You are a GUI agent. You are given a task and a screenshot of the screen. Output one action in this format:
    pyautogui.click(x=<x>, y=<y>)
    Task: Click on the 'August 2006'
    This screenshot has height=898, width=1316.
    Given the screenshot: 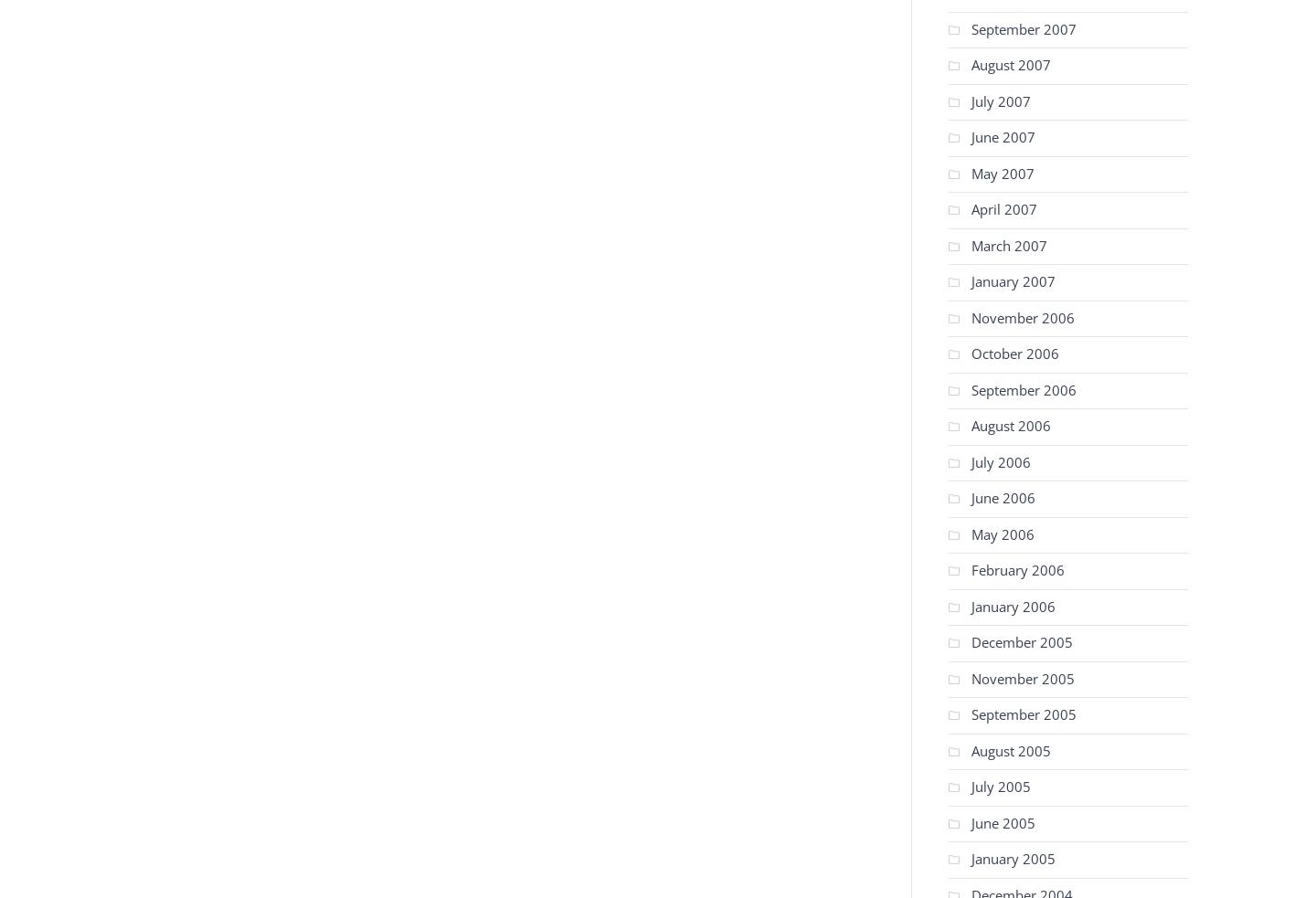 What is the action you would take?
    pyautogui.click(x=1010, y=425)
    